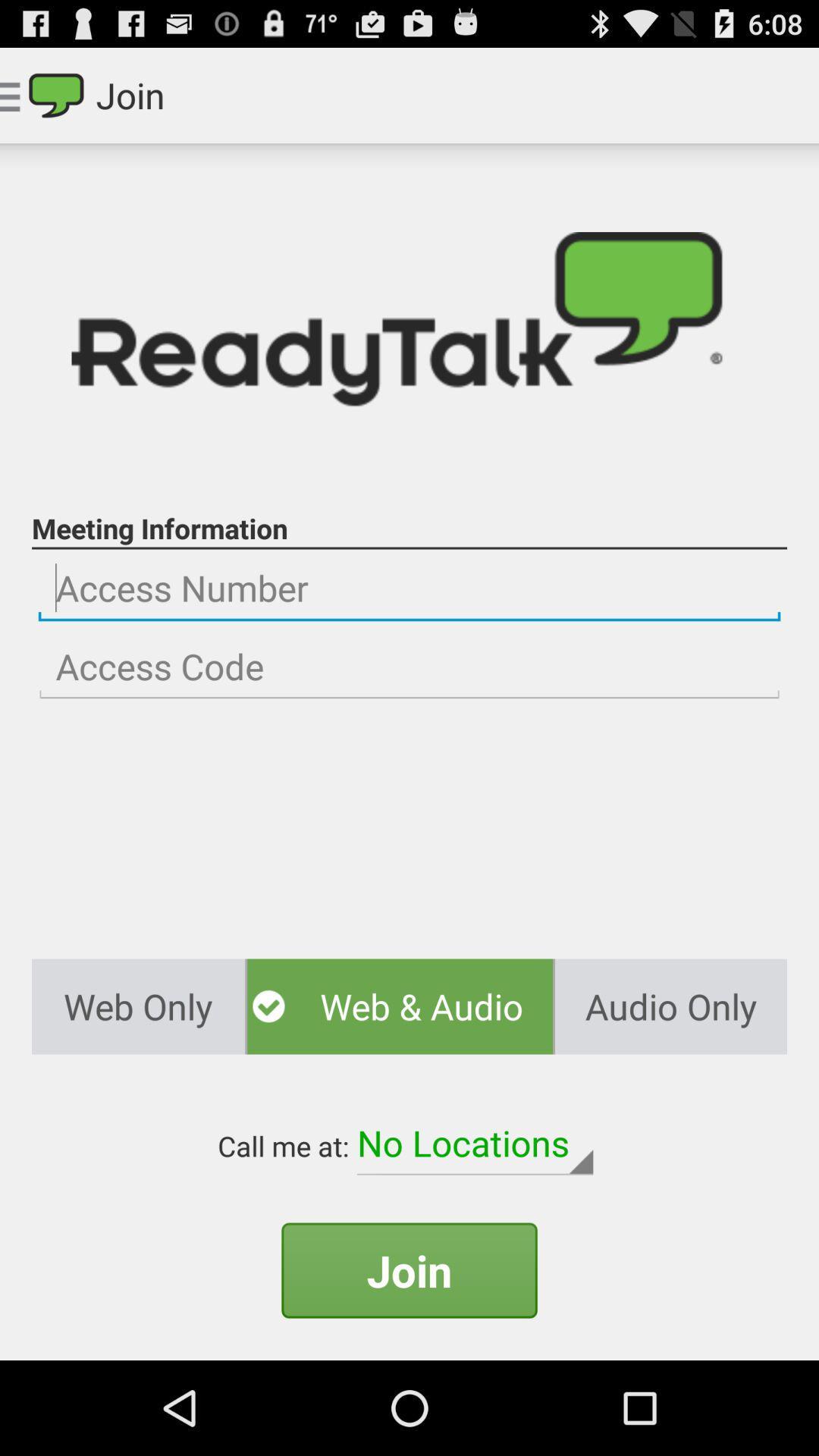  I want to click on access code, so click(409, 667).